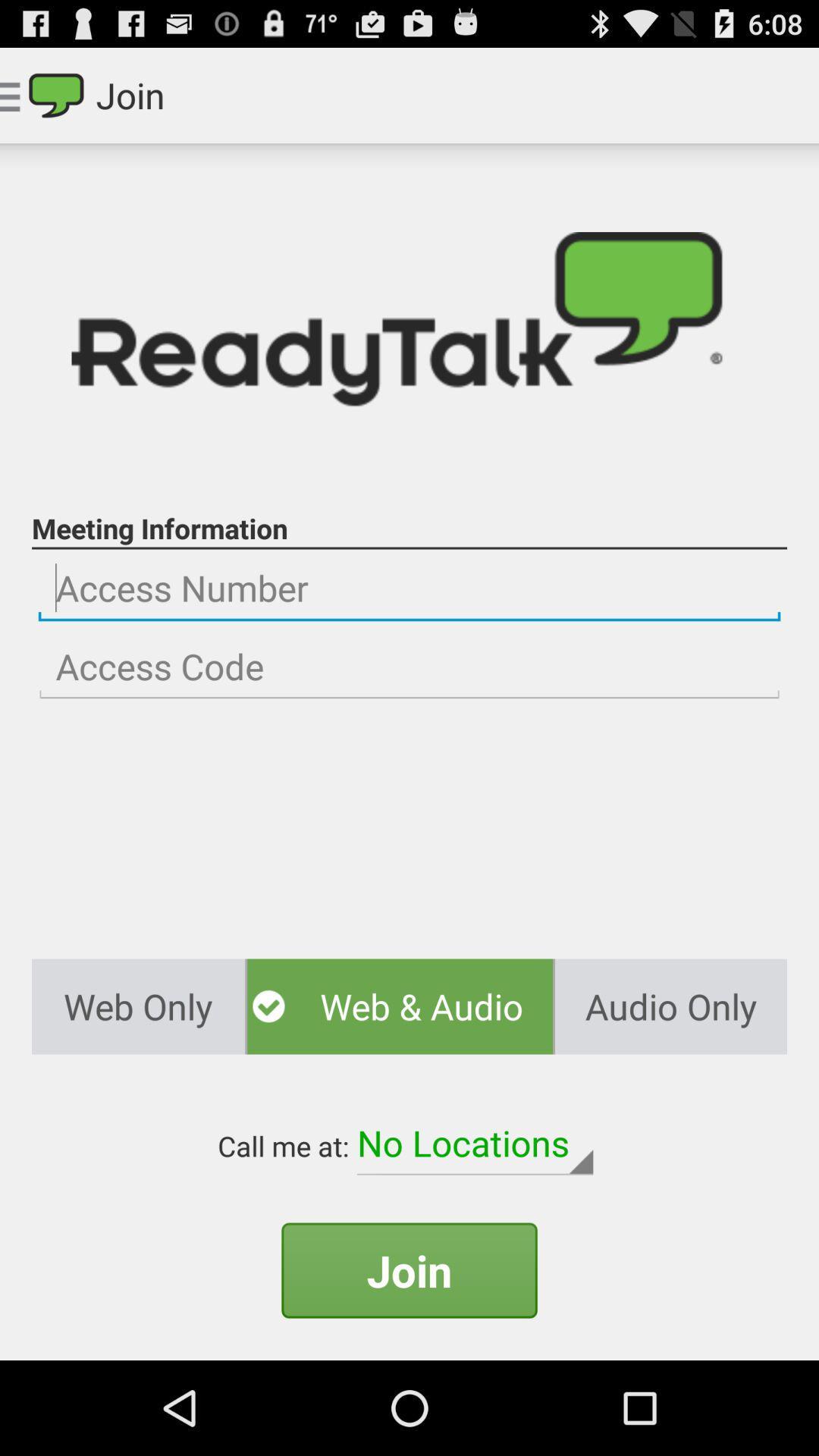  I want to click on access code, so click(409, 667).